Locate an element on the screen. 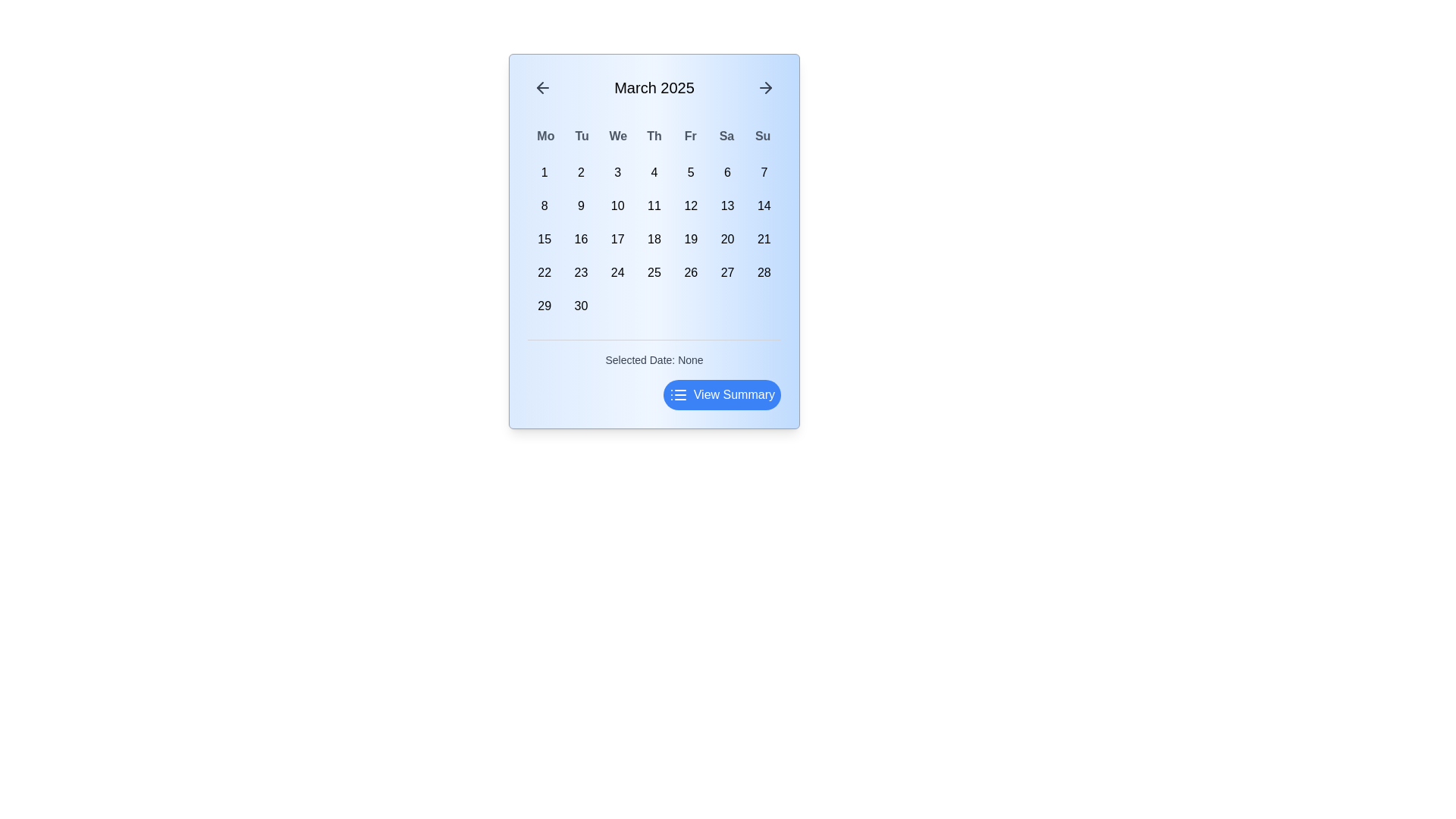  the circular button displaying the number '18' in the calendar grid is located at coordinates (654, 239).